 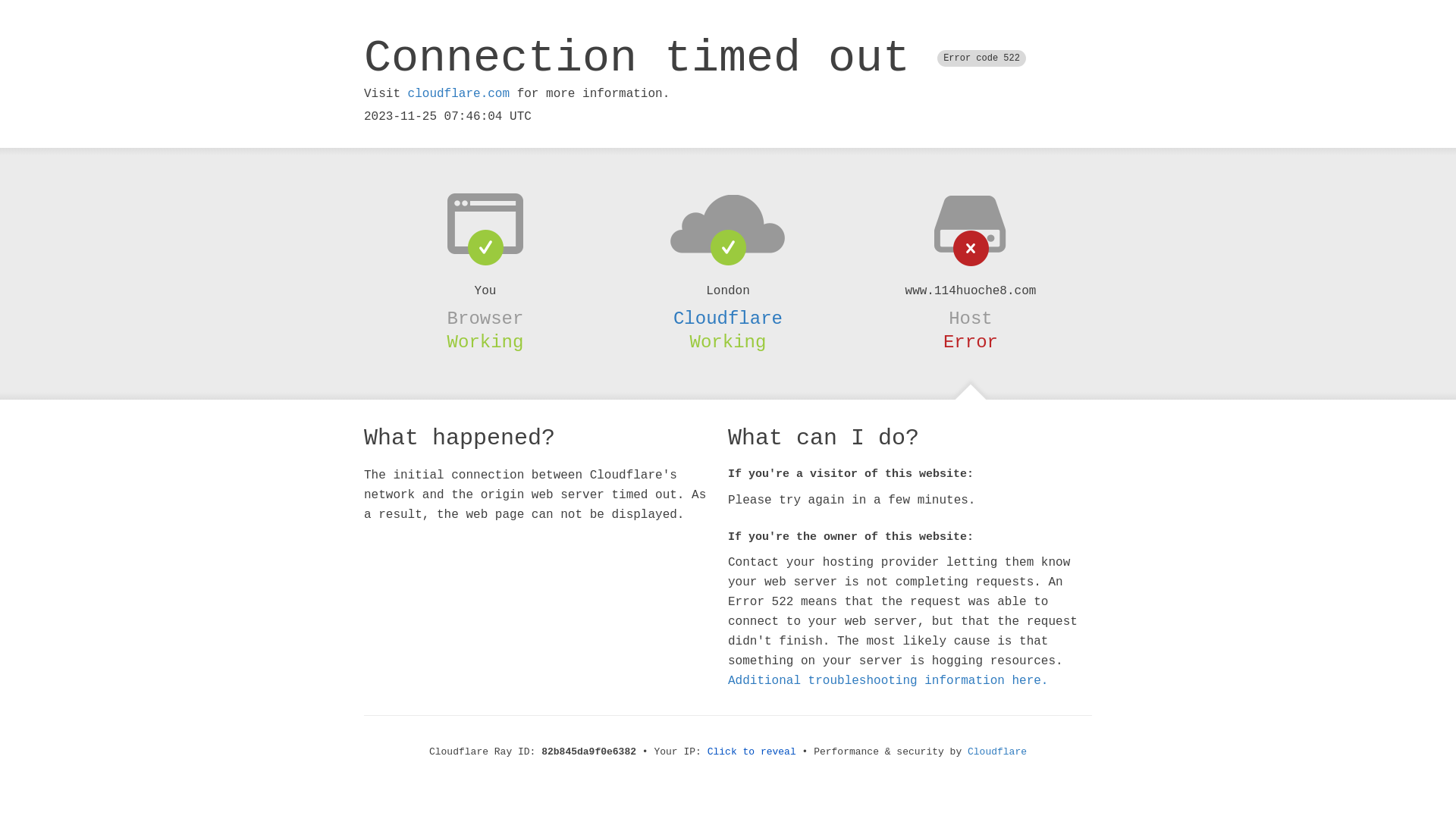 What do you see at coordinates (888, 680) in the screenshot?
I see `'Additional troubleshooting information here.'` at bounding box center [888, 680].